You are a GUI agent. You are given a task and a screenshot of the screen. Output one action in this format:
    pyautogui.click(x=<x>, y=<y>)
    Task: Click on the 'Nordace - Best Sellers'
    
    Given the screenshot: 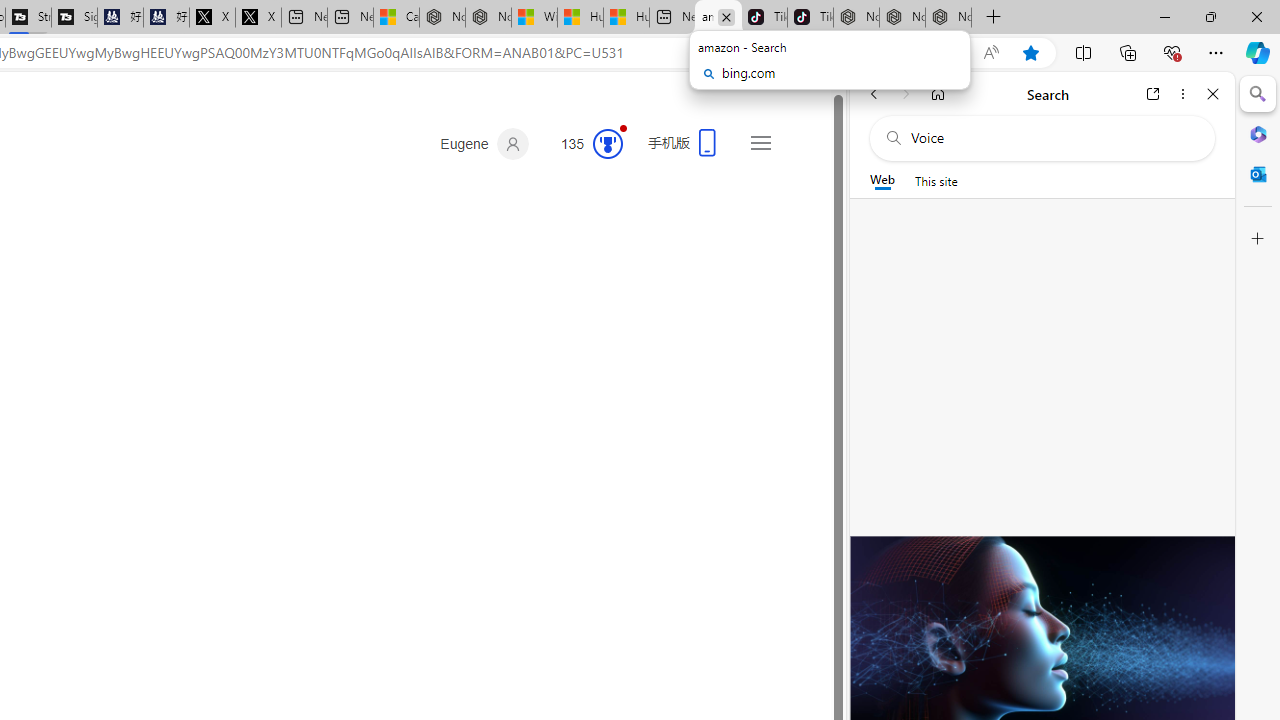 What is the action you would take?
    pyautogui.click(x=856, y=17)
    